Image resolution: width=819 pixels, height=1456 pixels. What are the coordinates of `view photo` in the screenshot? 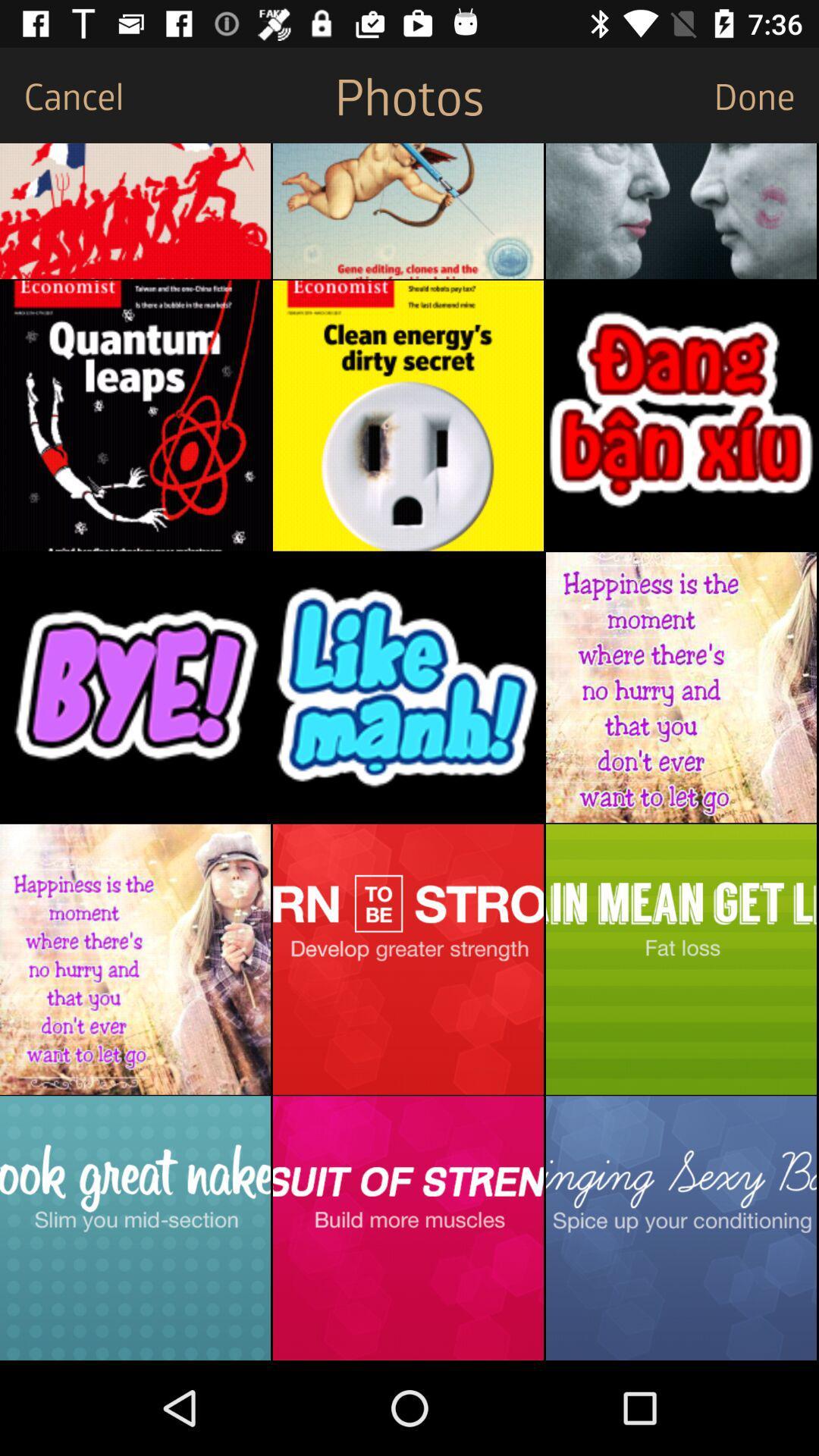 It's located at (680, 210).